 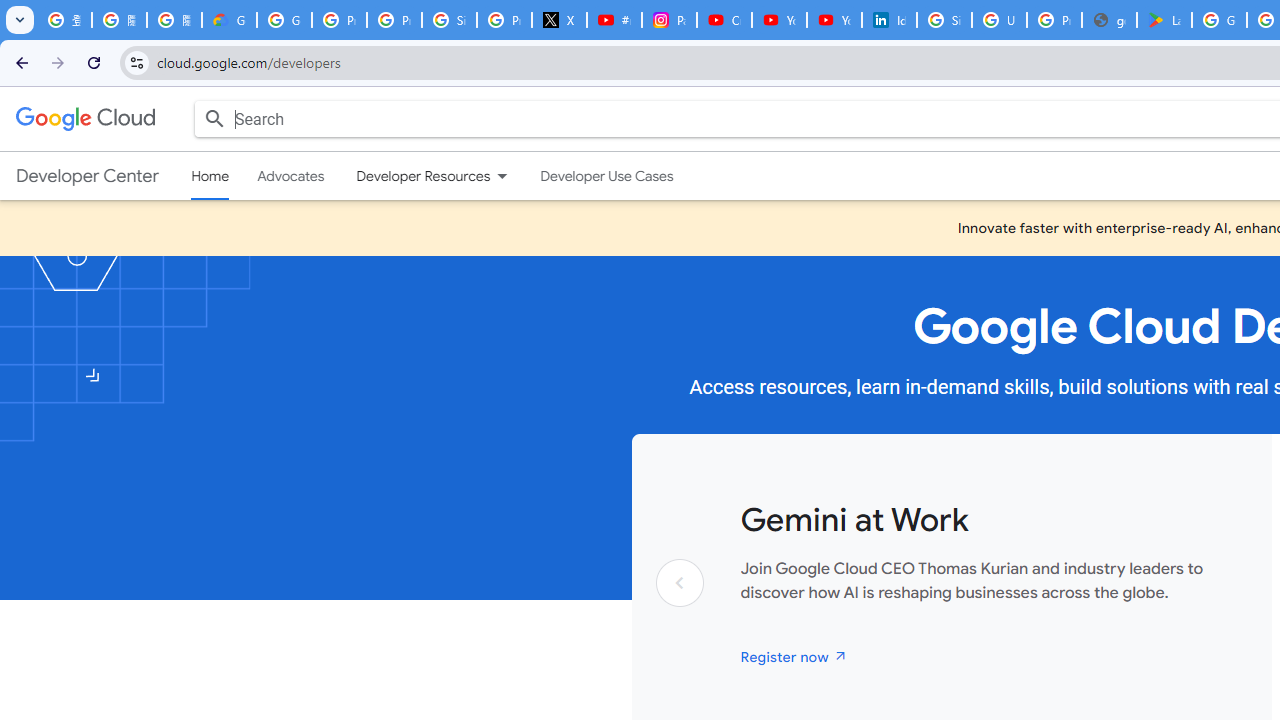 What do you see at coordinates (210, 175) in the screenshot?
I see `'Home, selected'` at bounding box center [210, 175].